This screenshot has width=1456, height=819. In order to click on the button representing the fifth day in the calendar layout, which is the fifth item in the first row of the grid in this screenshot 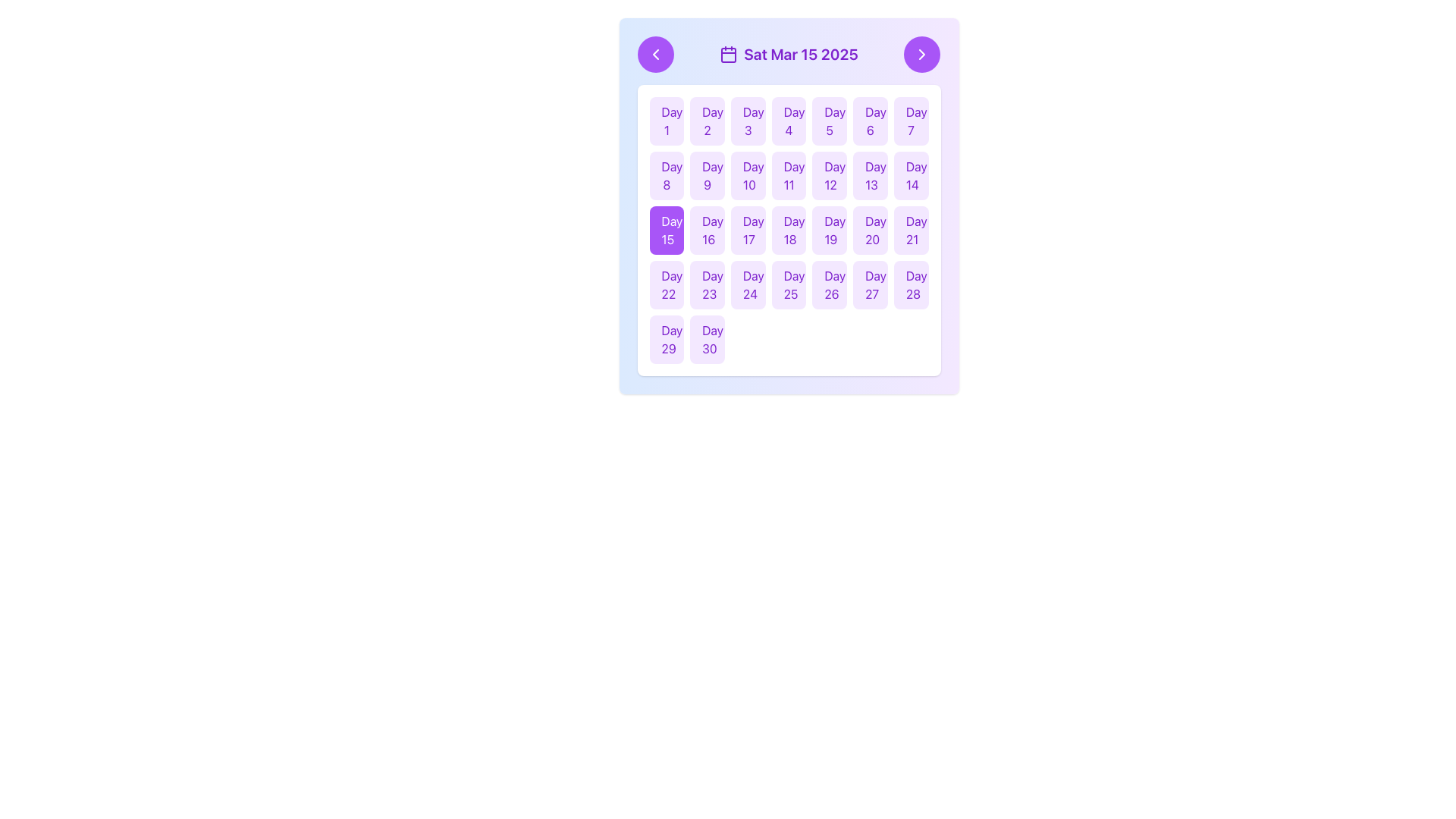, I will do `click(829, 120)`.